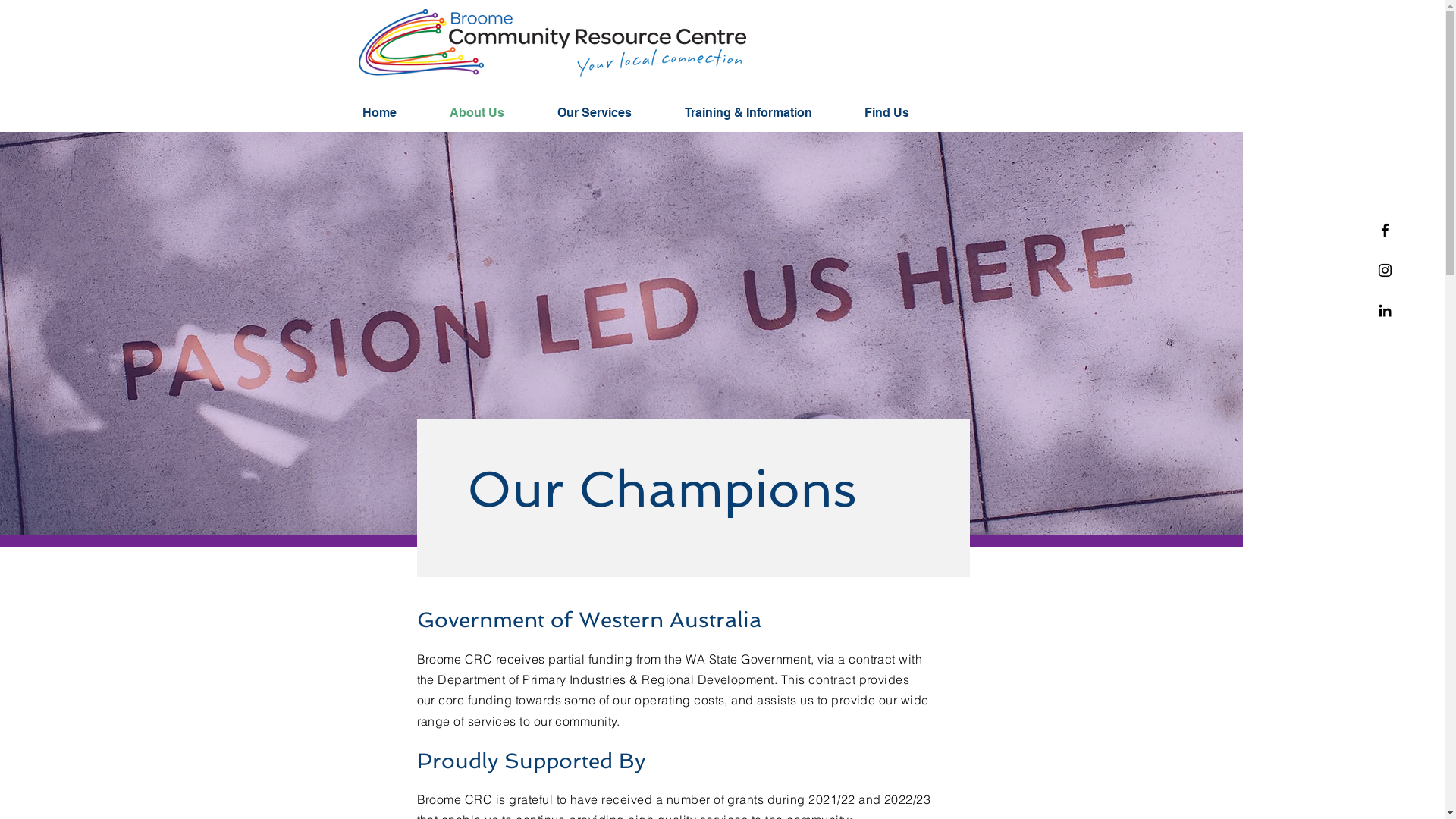  I want to click on 'Find Us', so click(901, 112).